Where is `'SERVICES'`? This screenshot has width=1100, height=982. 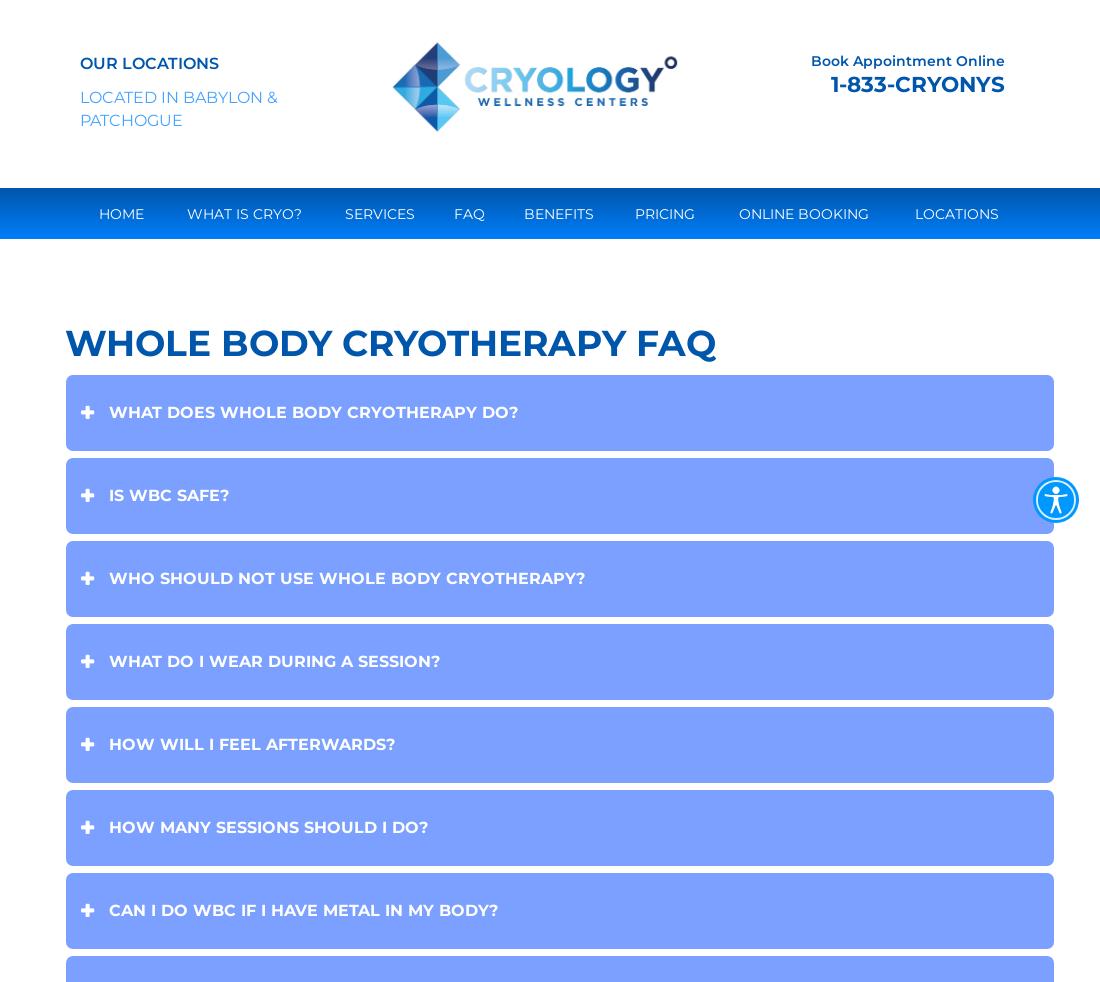 'SERVICES' is located at coordinates (343, 212).